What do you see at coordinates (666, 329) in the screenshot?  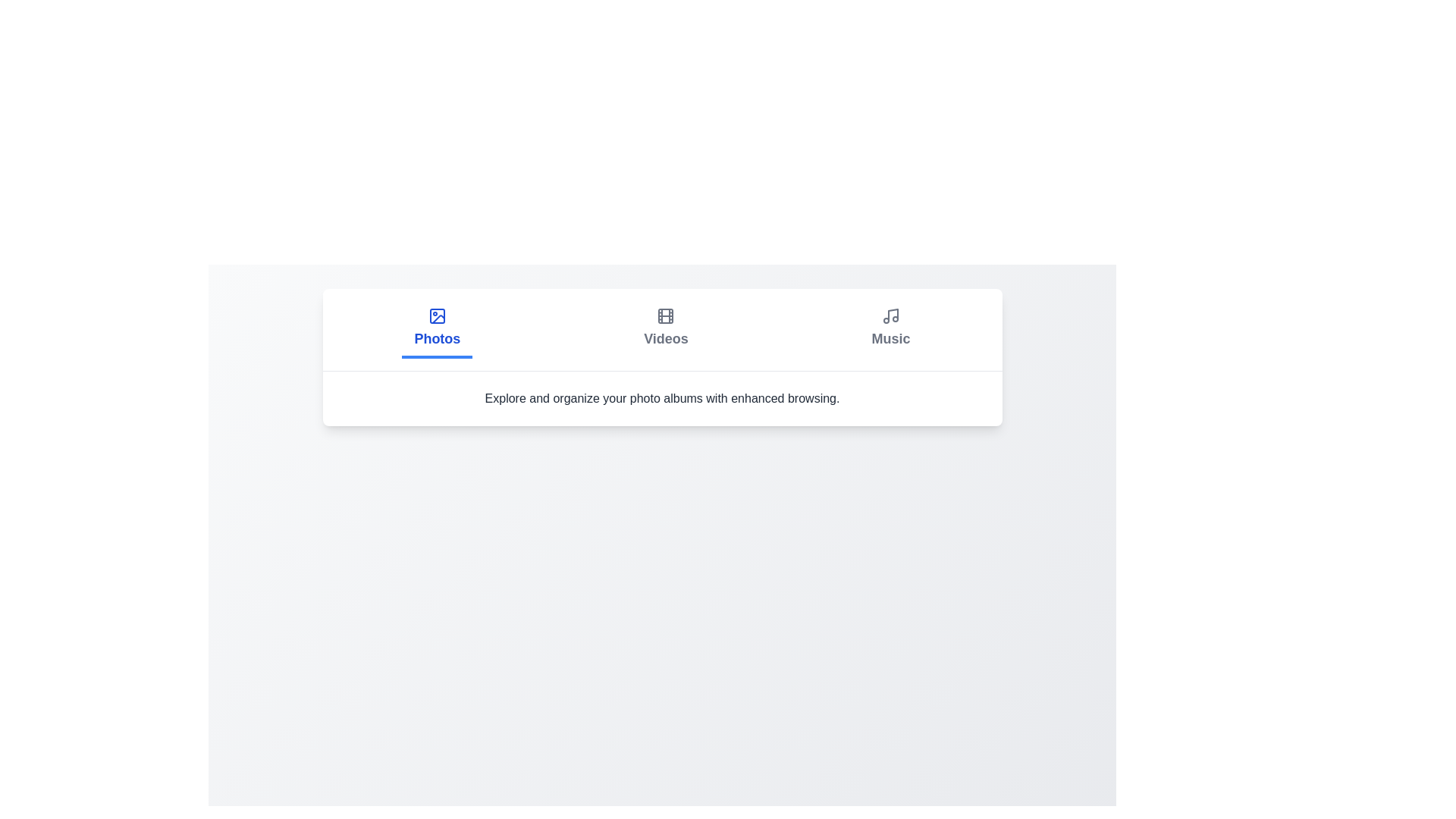 I see `the Videos tab by clicking on it` at bounding box center [666, 329].